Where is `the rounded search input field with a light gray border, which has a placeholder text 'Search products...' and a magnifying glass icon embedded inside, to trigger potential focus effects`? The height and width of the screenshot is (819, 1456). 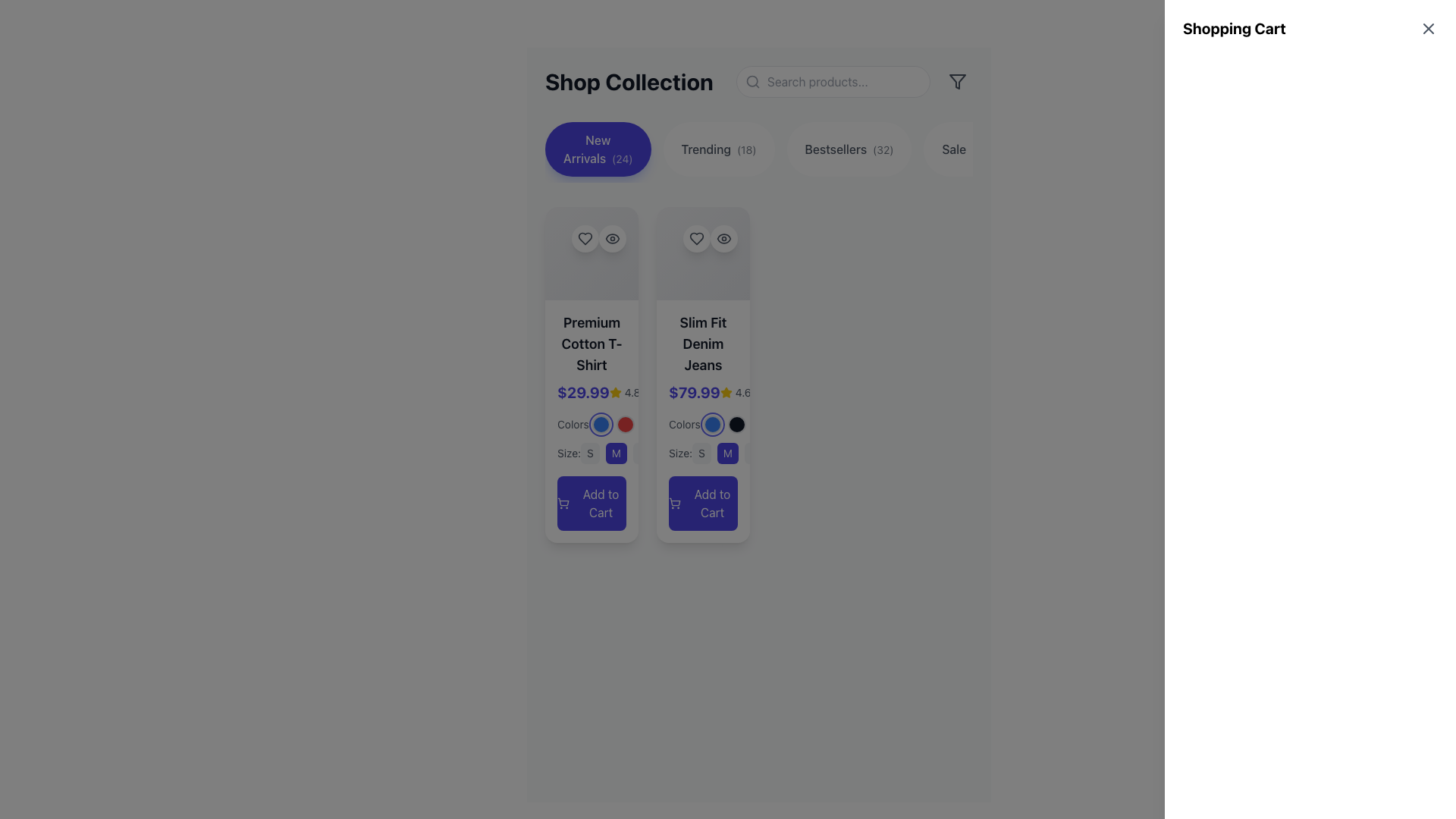
the rounded search input field with a light gray border, which has a placeholder text 'Search products...' and a magnifying glass icon embedded inside, to trigger potential focus effects is located at coordinates (833, 82).